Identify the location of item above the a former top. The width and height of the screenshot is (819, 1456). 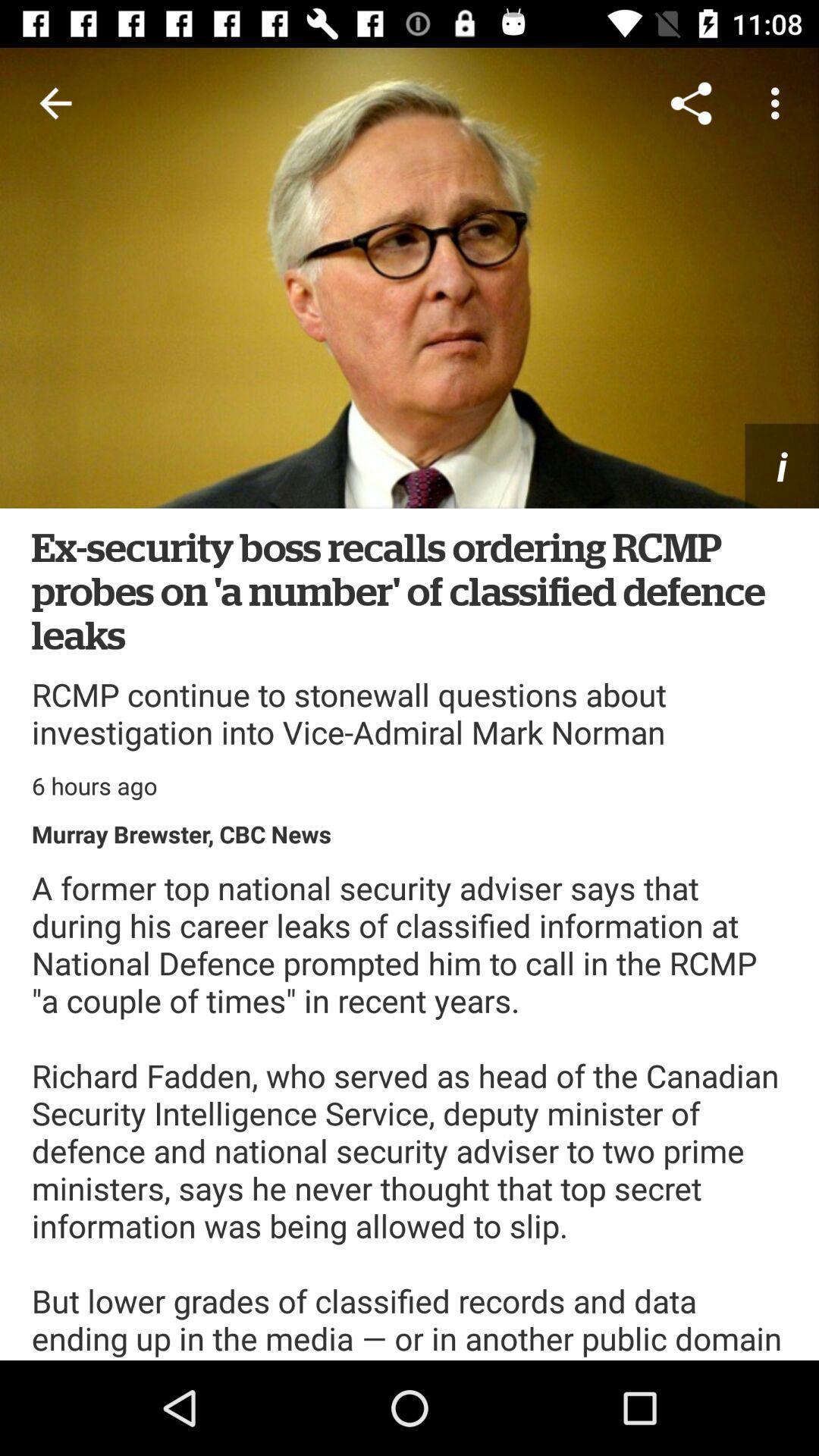
(180, 833).